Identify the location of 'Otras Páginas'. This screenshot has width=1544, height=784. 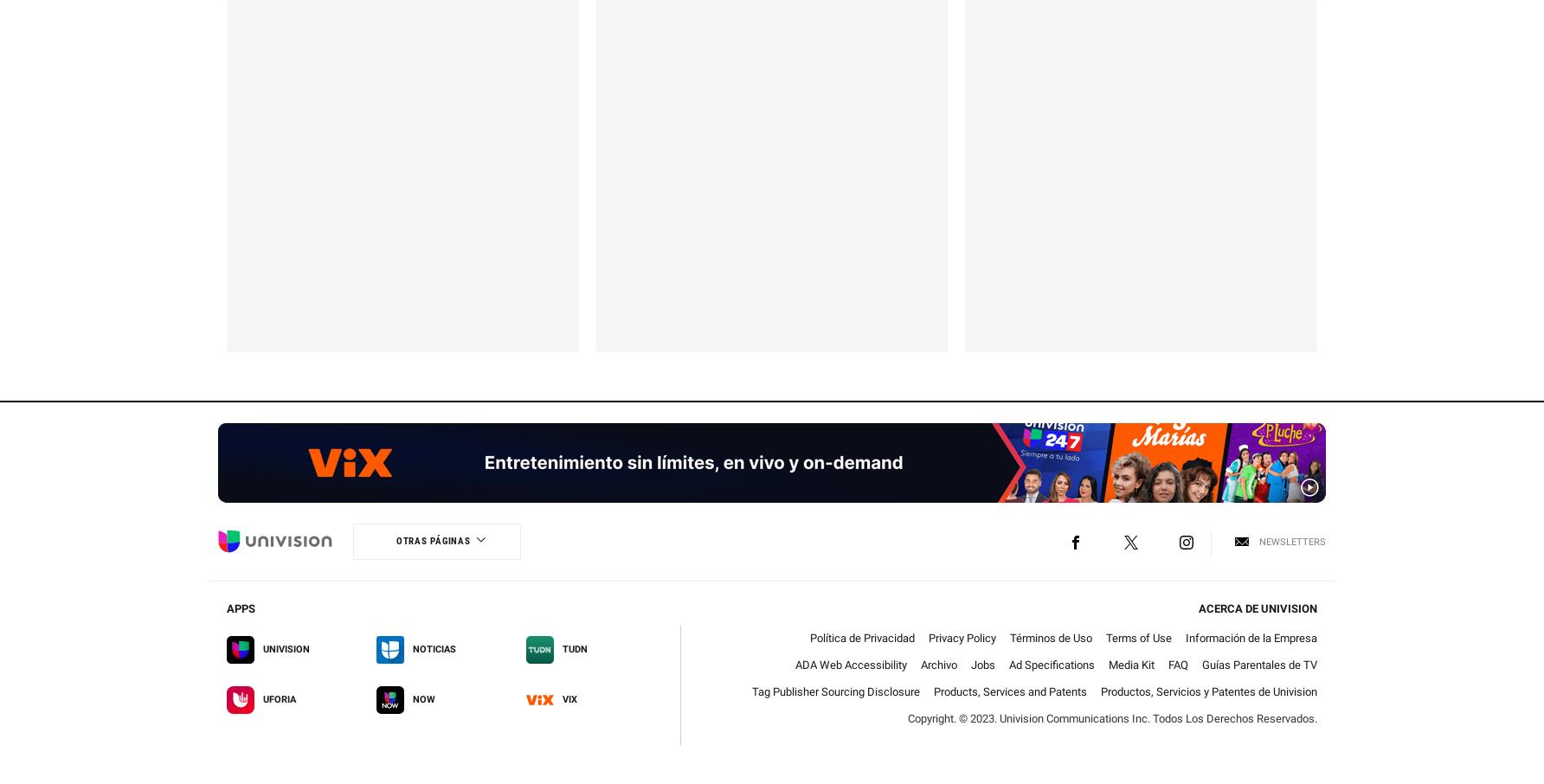
(396, 540).